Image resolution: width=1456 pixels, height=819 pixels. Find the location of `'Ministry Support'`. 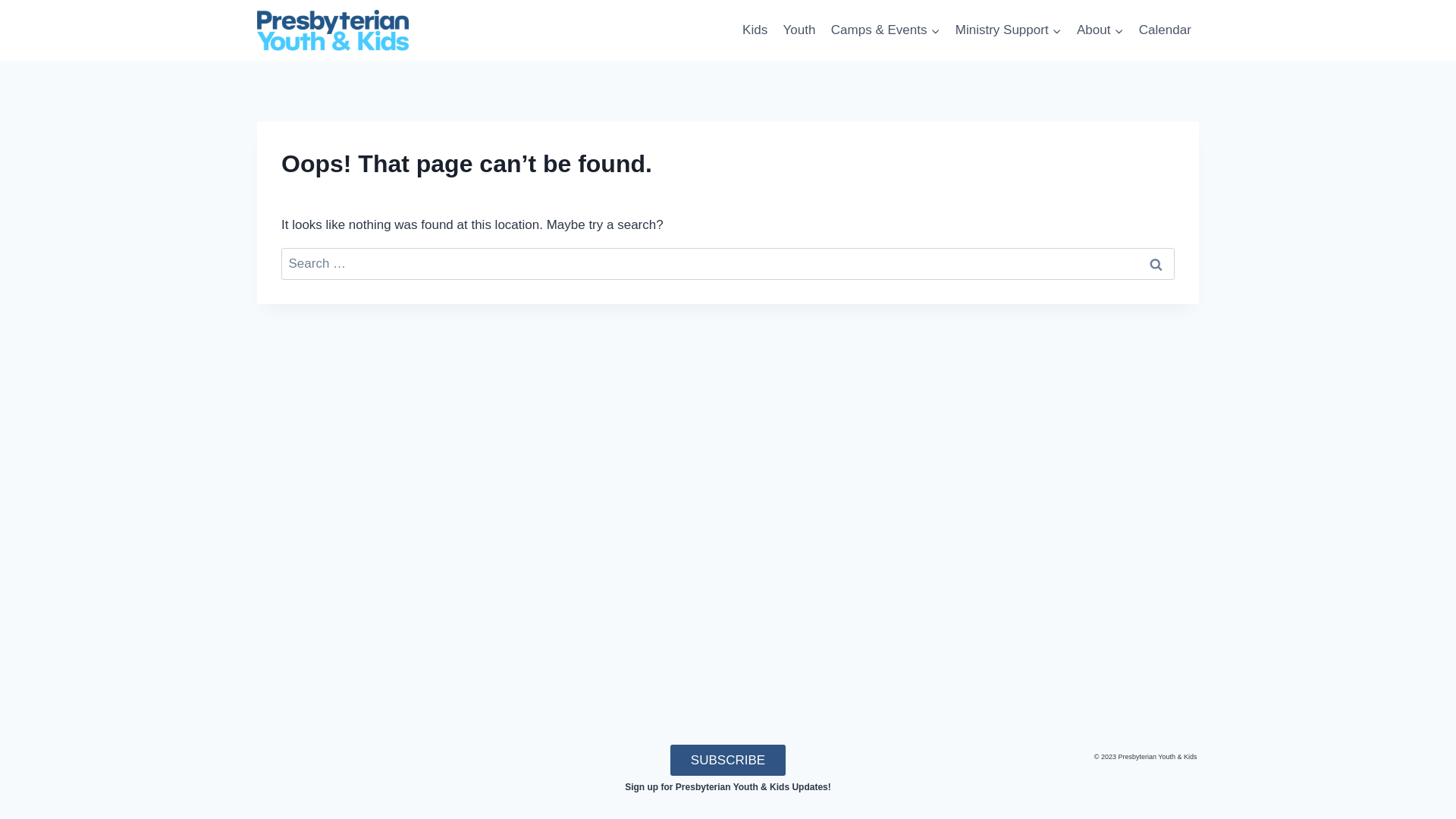

'Ministry Support' is located at coordinates (946, 30).